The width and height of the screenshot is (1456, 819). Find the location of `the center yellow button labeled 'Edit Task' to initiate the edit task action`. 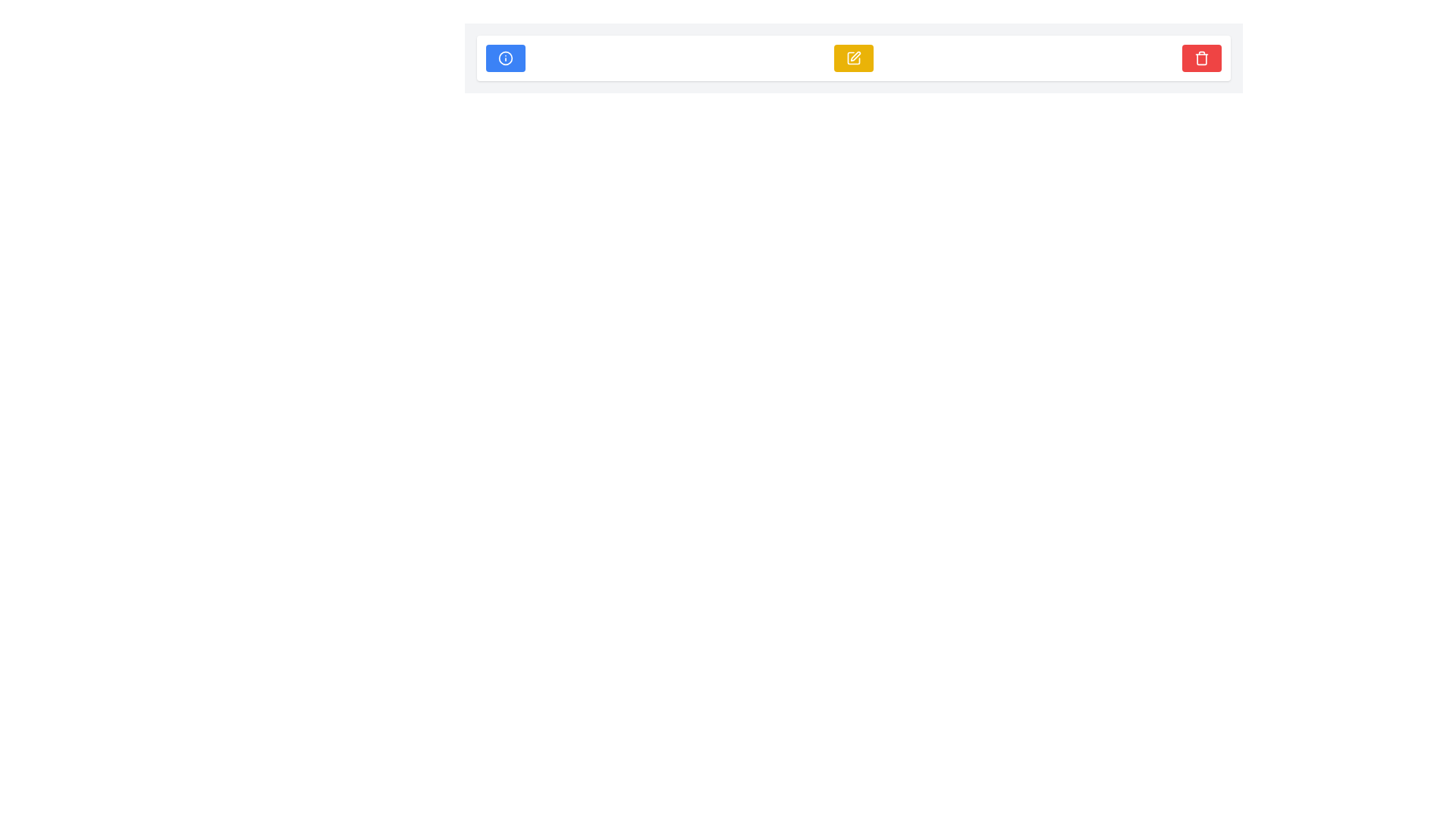

the center yellow button labeled 'Edit Task' to initiate the edit task action is located at coordinates (854, 58).